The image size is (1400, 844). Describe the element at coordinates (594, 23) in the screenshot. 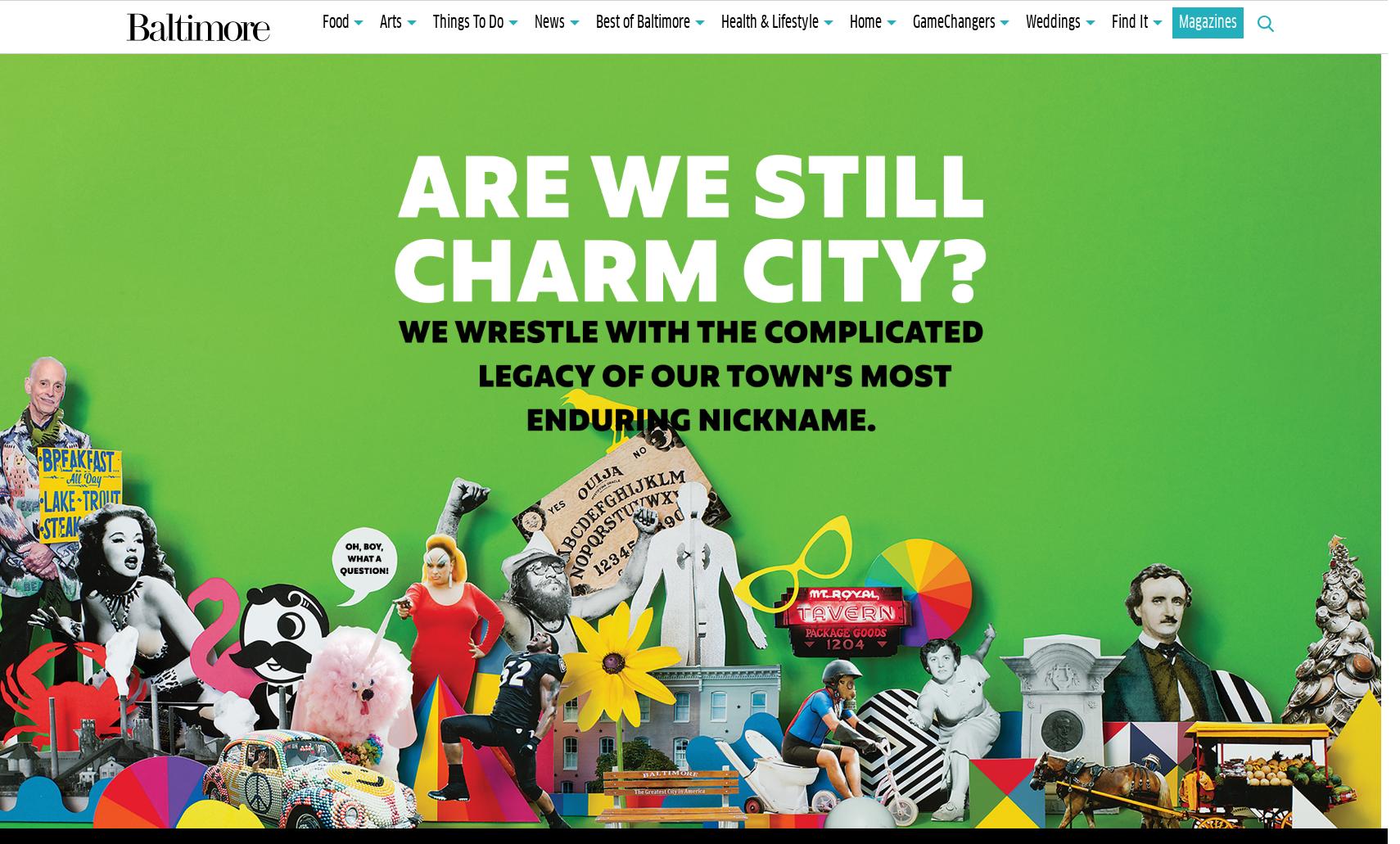

I see `'Best of Baltimore'` at that location.